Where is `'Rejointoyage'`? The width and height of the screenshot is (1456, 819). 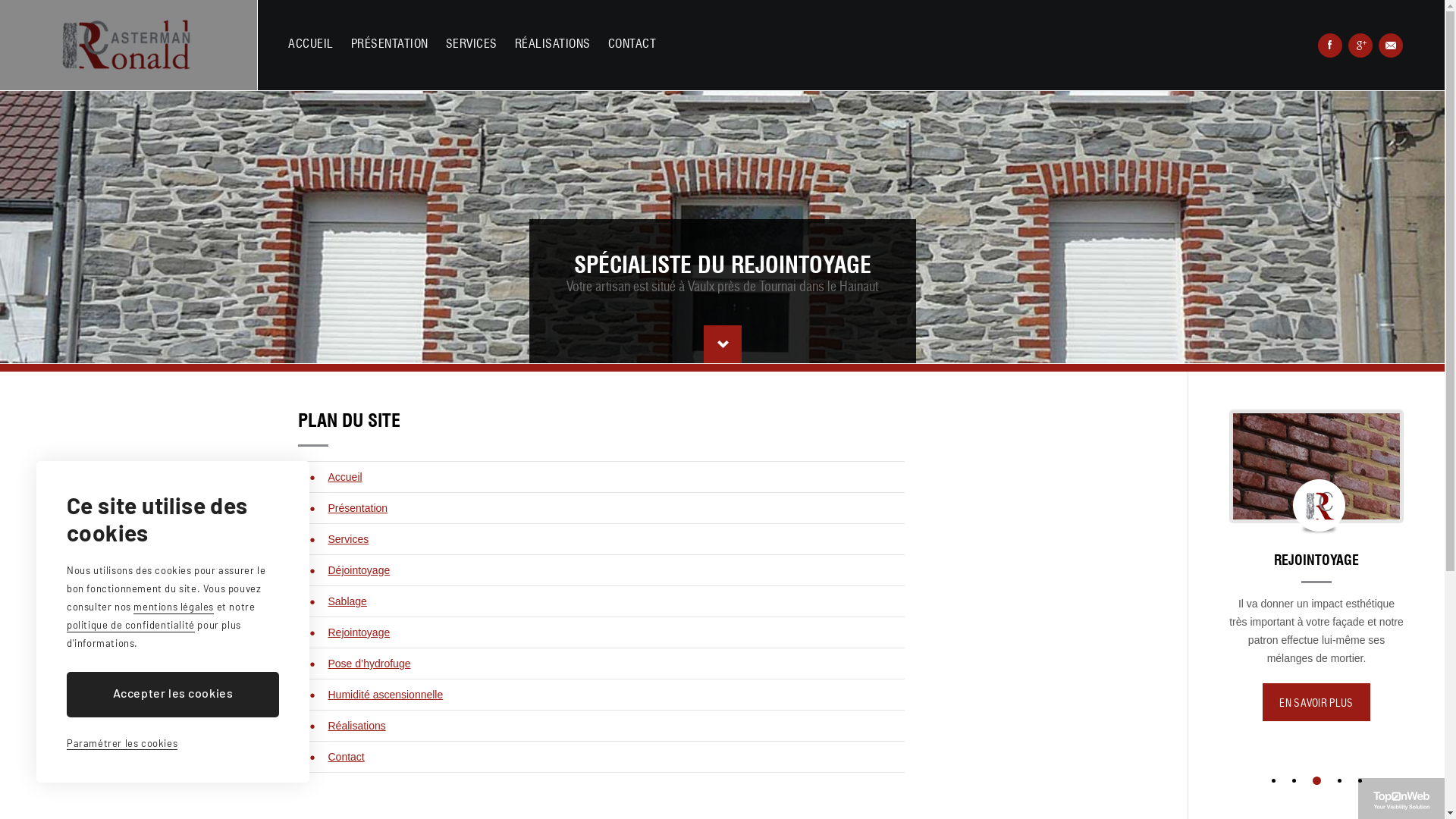 'Rejointoyage' is located at coordinates (358, 632).